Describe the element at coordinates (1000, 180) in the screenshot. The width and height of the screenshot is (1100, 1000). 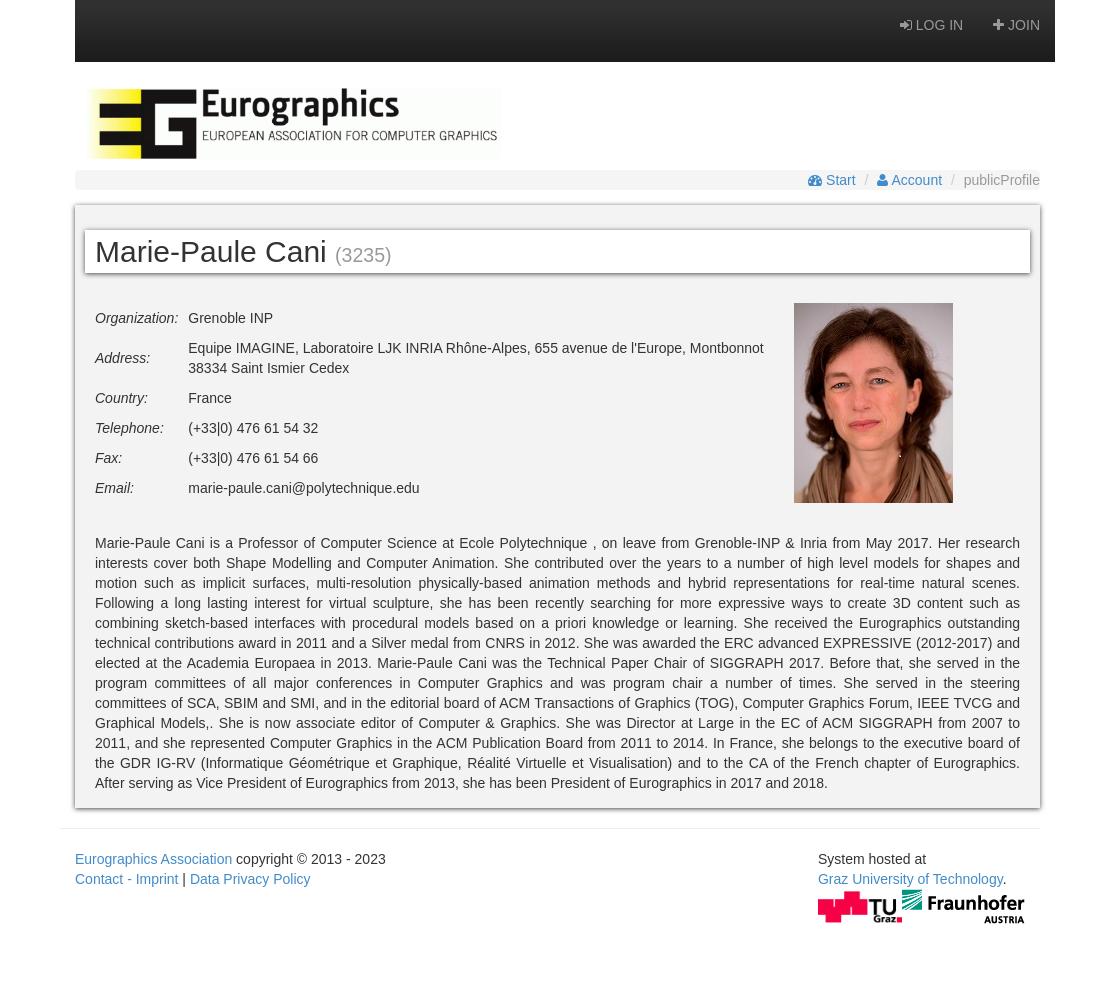
I see `'publicProfile'` at that location.